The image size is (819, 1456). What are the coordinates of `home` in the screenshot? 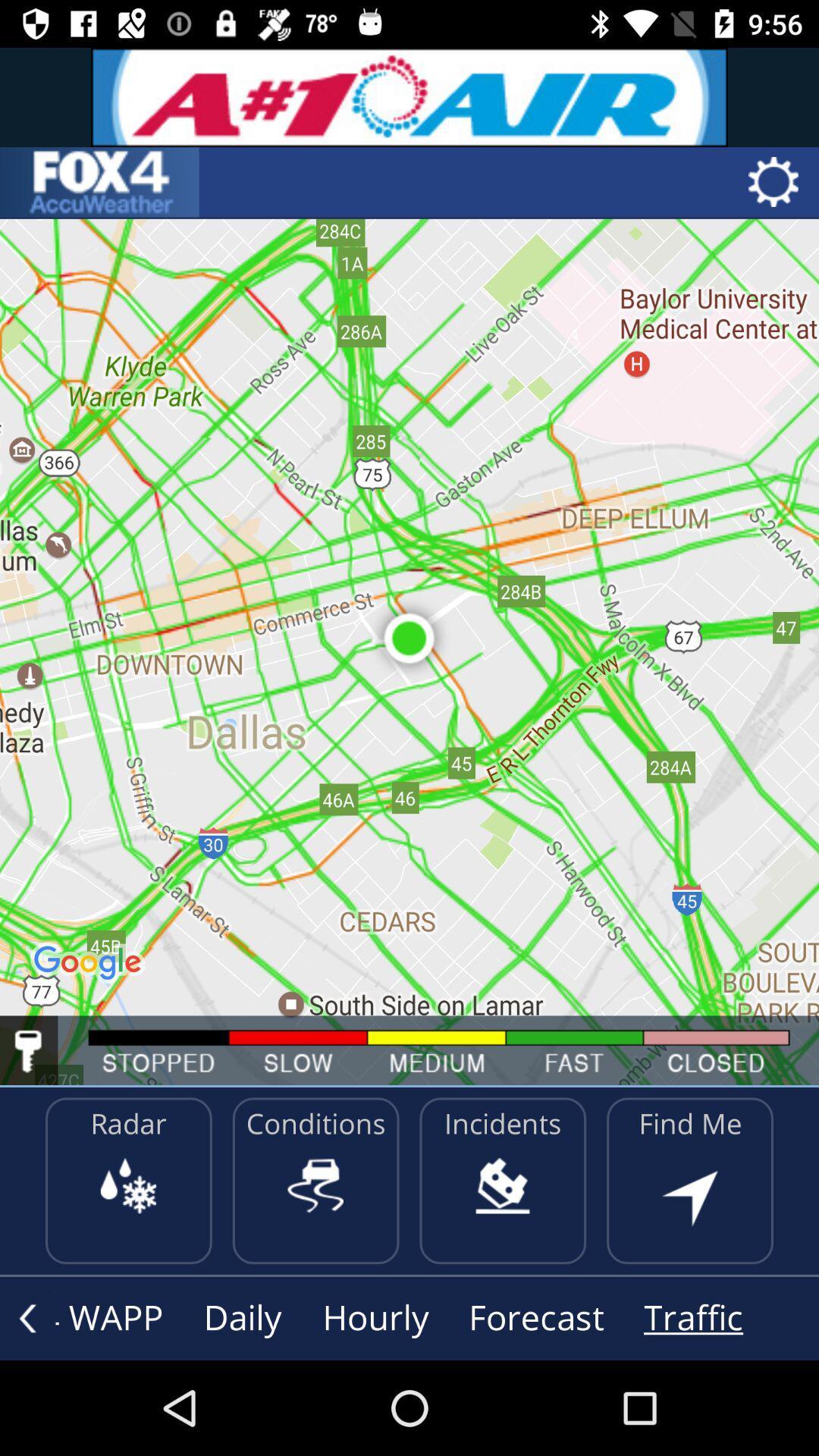 It's located at (99, 182).